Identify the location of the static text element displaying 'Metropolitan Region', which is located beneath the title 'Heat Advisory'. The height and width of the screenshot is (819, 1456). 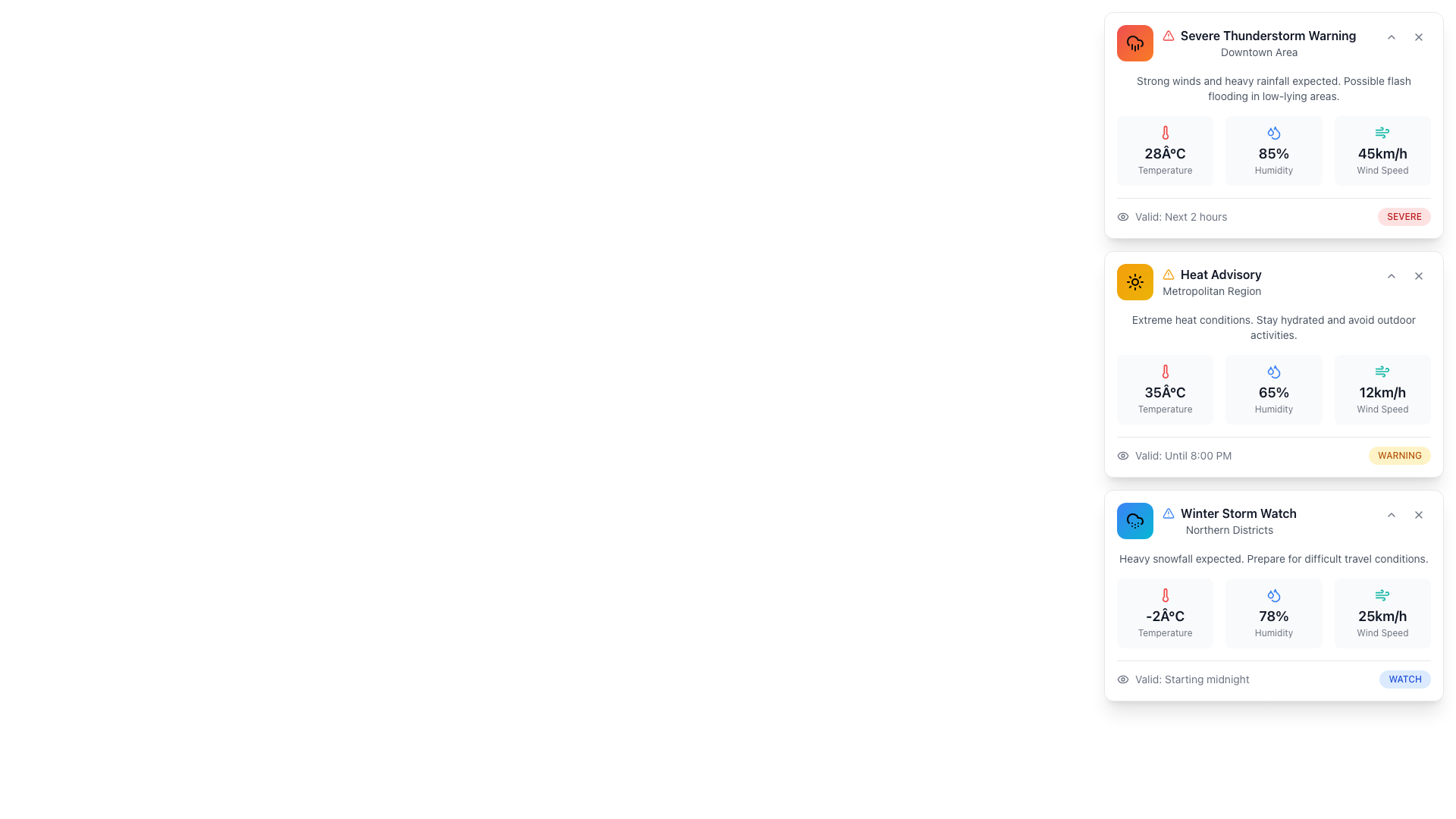
(1211, 291).